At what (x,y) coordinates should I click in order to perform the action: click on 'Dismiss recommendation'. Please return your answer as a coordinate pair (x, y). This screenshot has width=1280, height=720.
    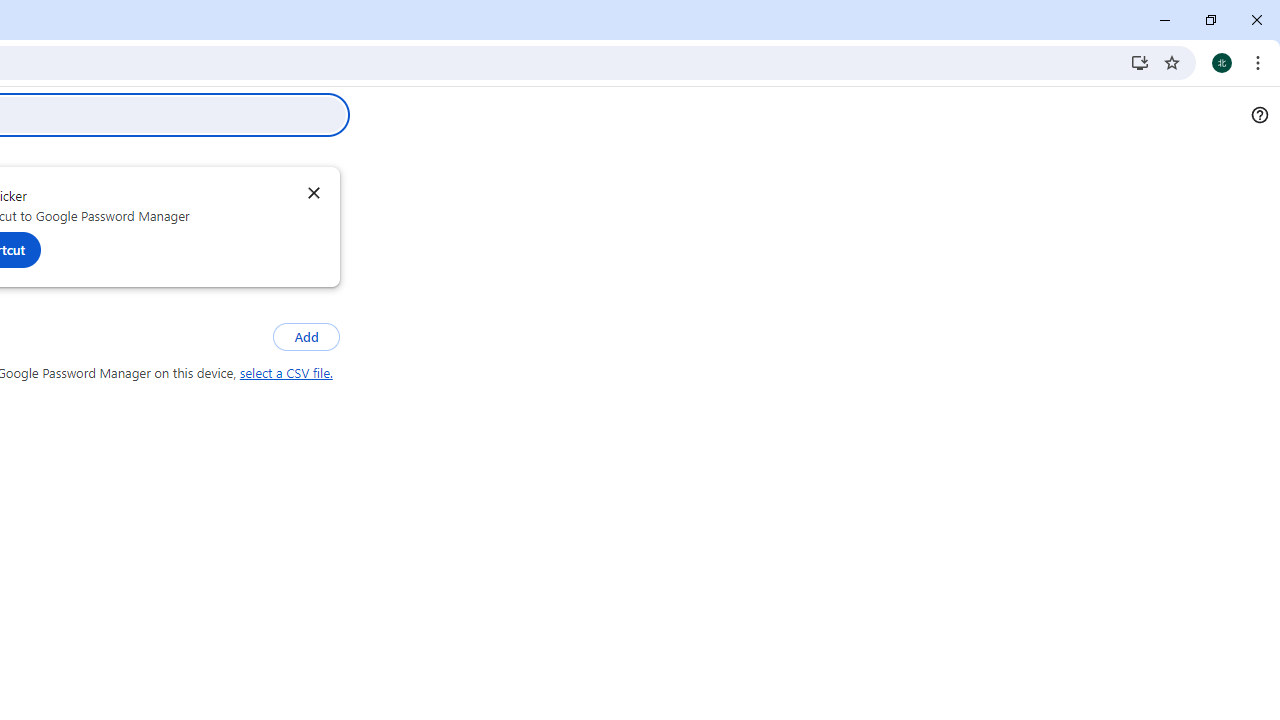
    Looking at the image, I should click on (312, 192).